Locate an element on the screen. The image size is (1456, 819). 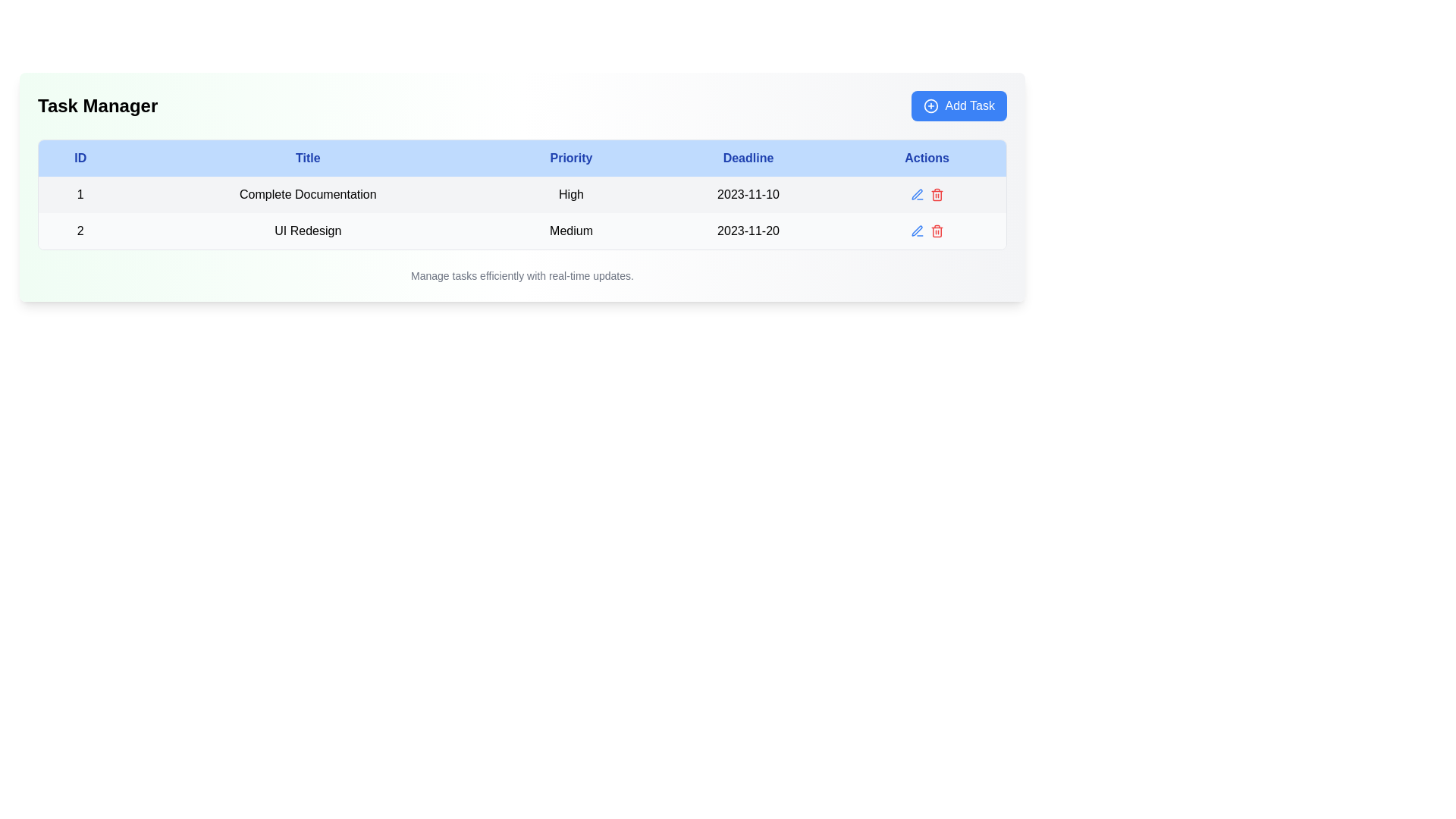
the second row of the table displaying task entry data, located directly below the row that starts with 'Complete Documentation' is located at coordinates (522, 231).